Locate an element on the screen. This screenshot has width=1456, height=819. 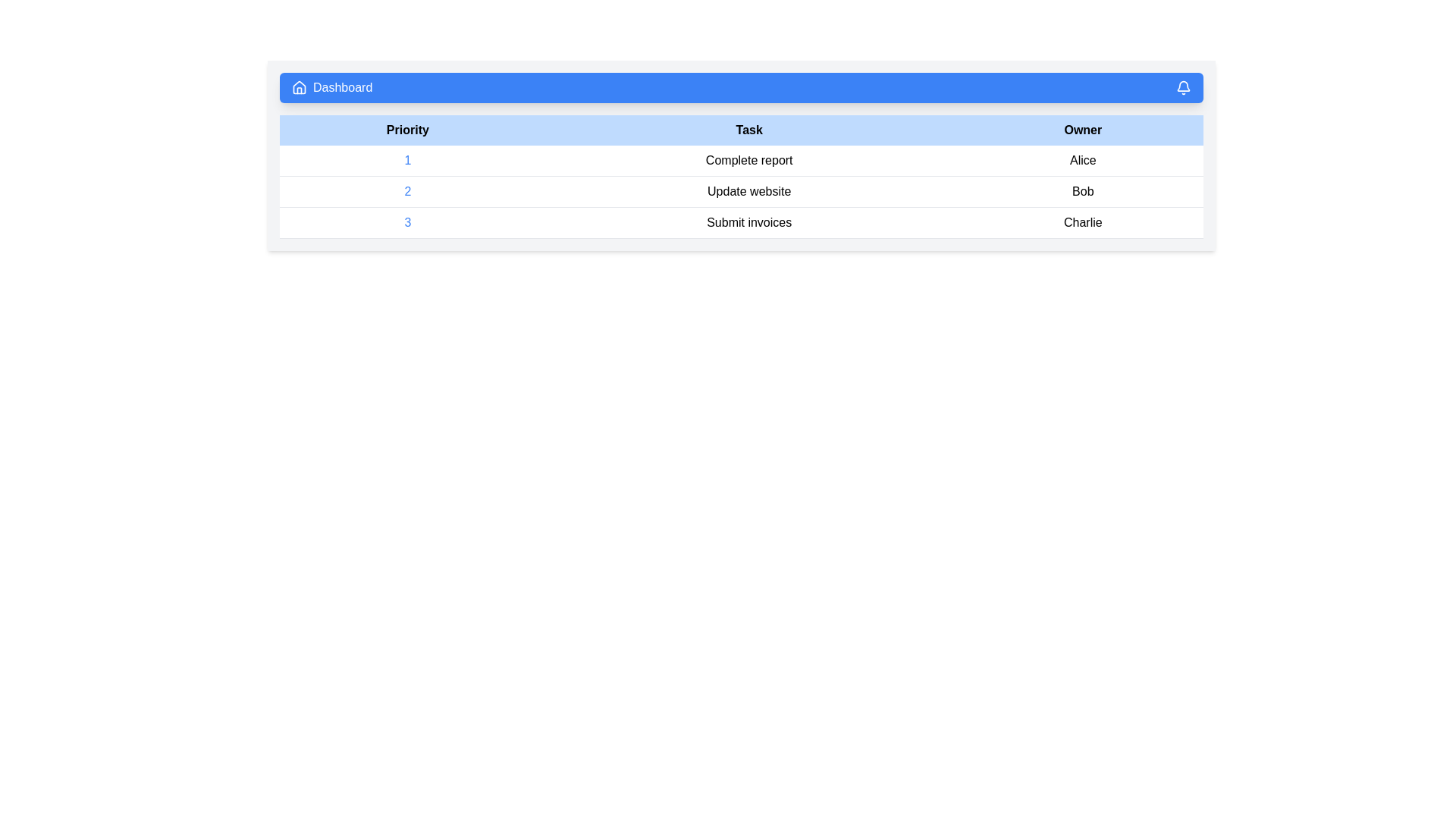
the notifications button represented by a bell icon located in the top navigation bar, positioned towards the far-right end of the bar is located at coordinates (1182, 87).